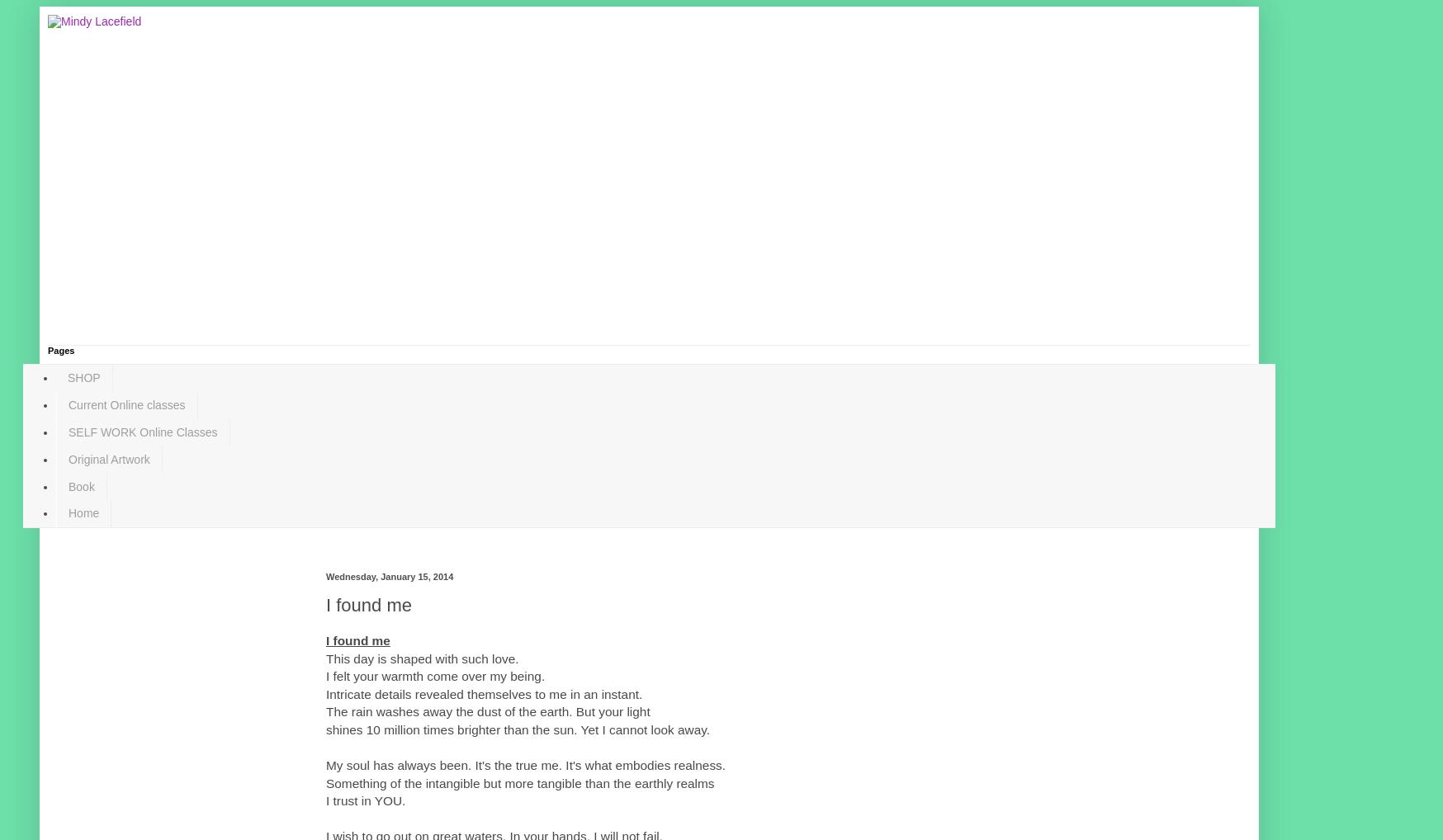 Image resolution: width=1443 pixels, height=840 pixels. Describe the element at coordinates (59, 350) in the screenshot. I see `'Pages'` at that location.